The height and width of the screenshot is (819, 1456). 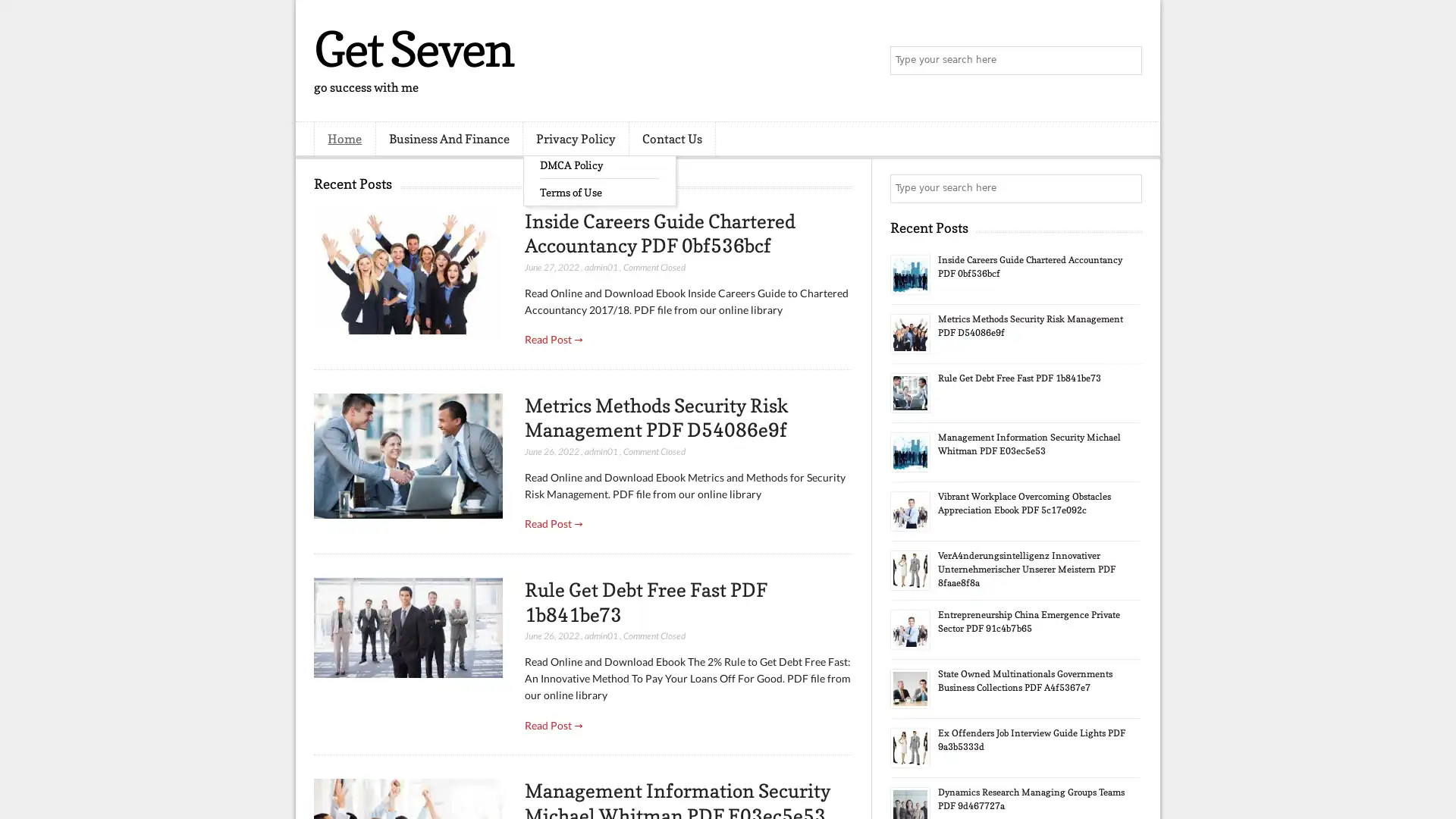 What do you see at coordinates (1126, 61) in the screenshot?
I see `Search` at bounding box center [1126, 61].